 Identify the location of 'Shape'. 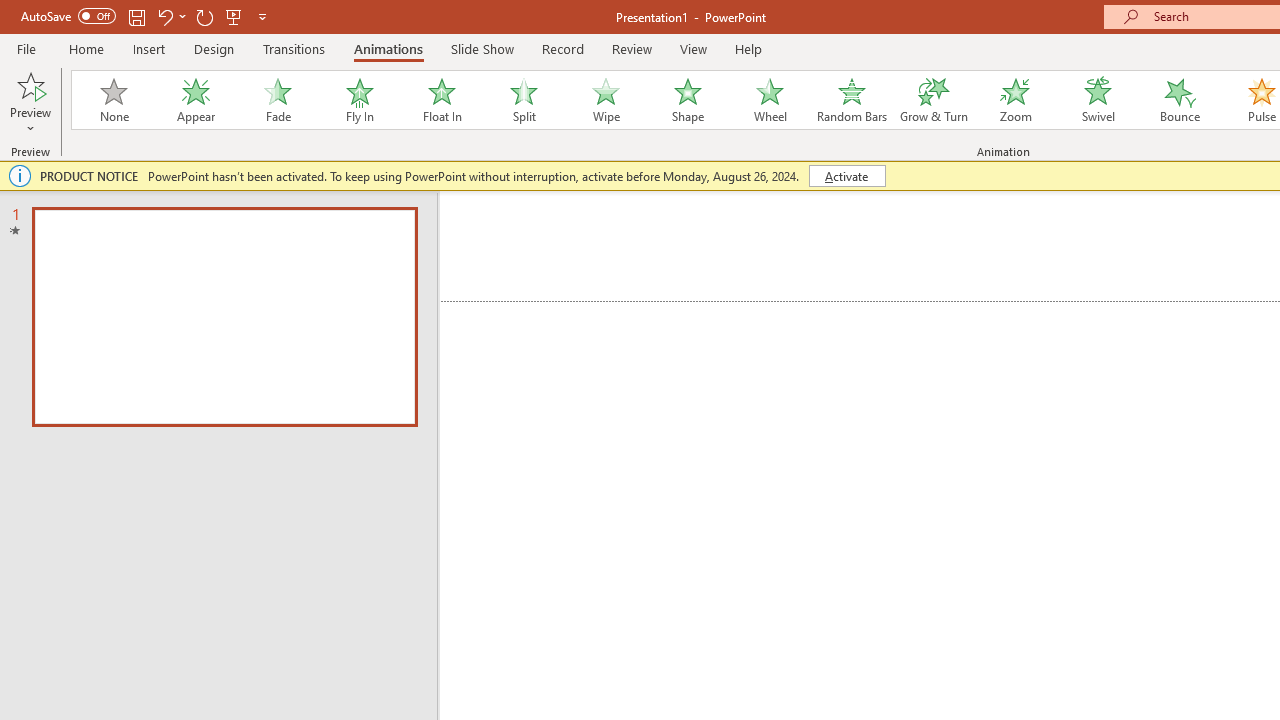
(688, 100).